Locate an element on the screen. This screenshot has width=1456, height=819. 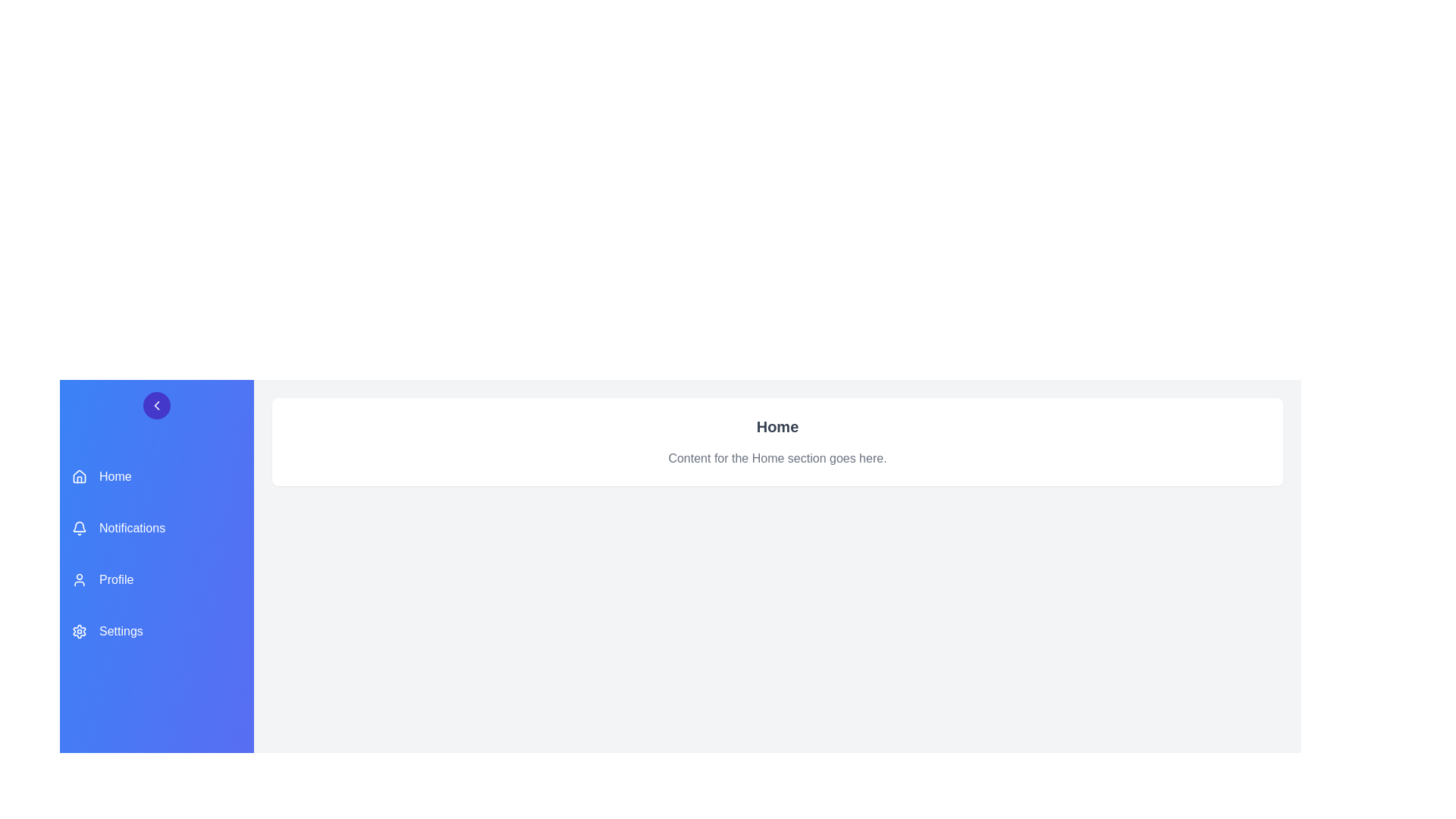
the 'Home' SVG Icon located on the vertical navigation sidebar, which is the first icon in the list above the 'Notifications' icon is located at coordinates (79, 475).